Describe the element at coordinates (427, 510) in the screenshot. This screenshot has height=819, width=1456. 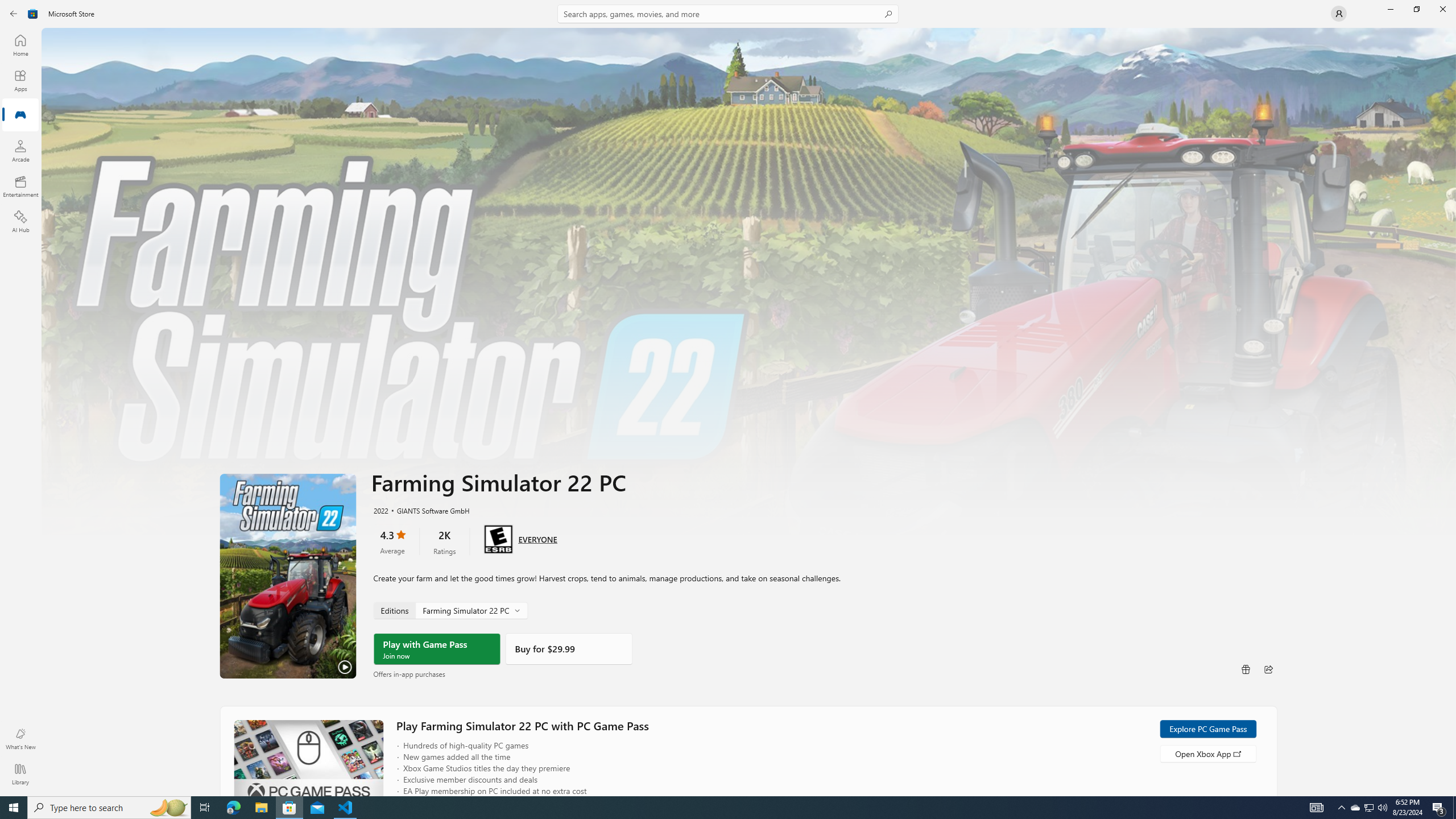
I see `'GIANTS Software GmbH'` at that location.